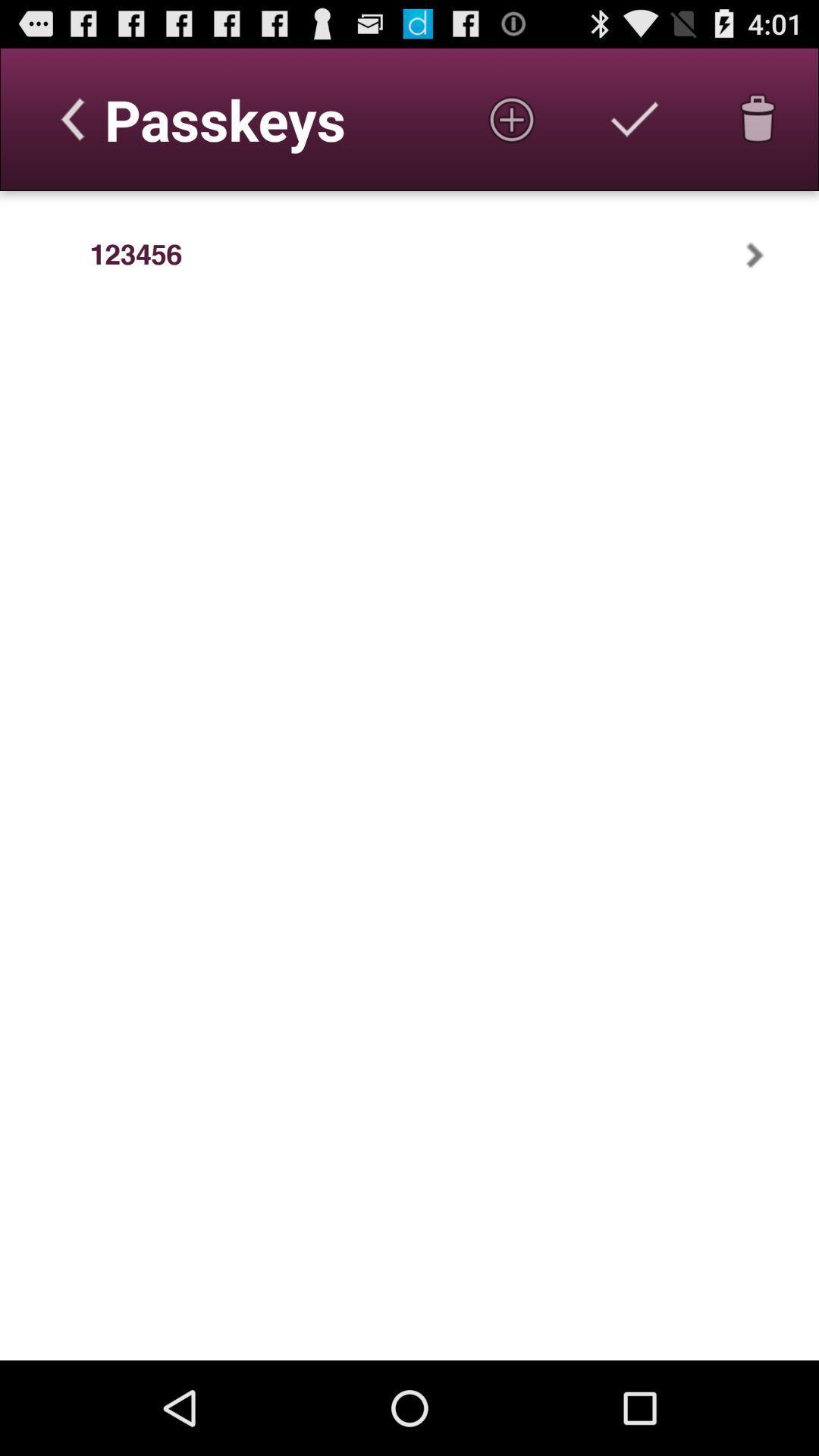 Image resolution: width=819 pixels, height=1456 pixels. What do you see at coordinates (135, 255) in the screenshot?
I see `the 123456 item` at bounding box center [135, 255].